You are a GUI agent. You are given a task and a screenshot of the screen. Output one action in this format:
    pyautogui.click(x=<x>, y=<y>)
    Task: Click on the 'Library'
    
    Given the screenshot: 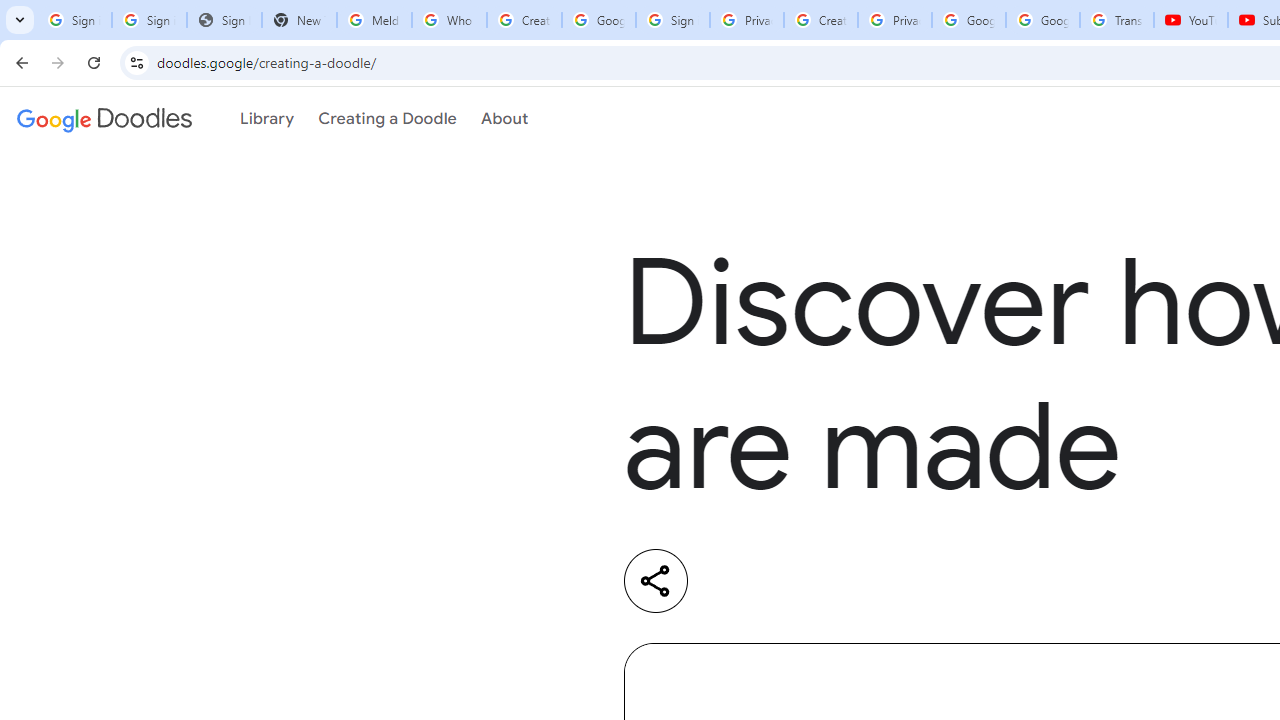 What is the action you would take?
    pyautogui.click(x=266, y=119)
    